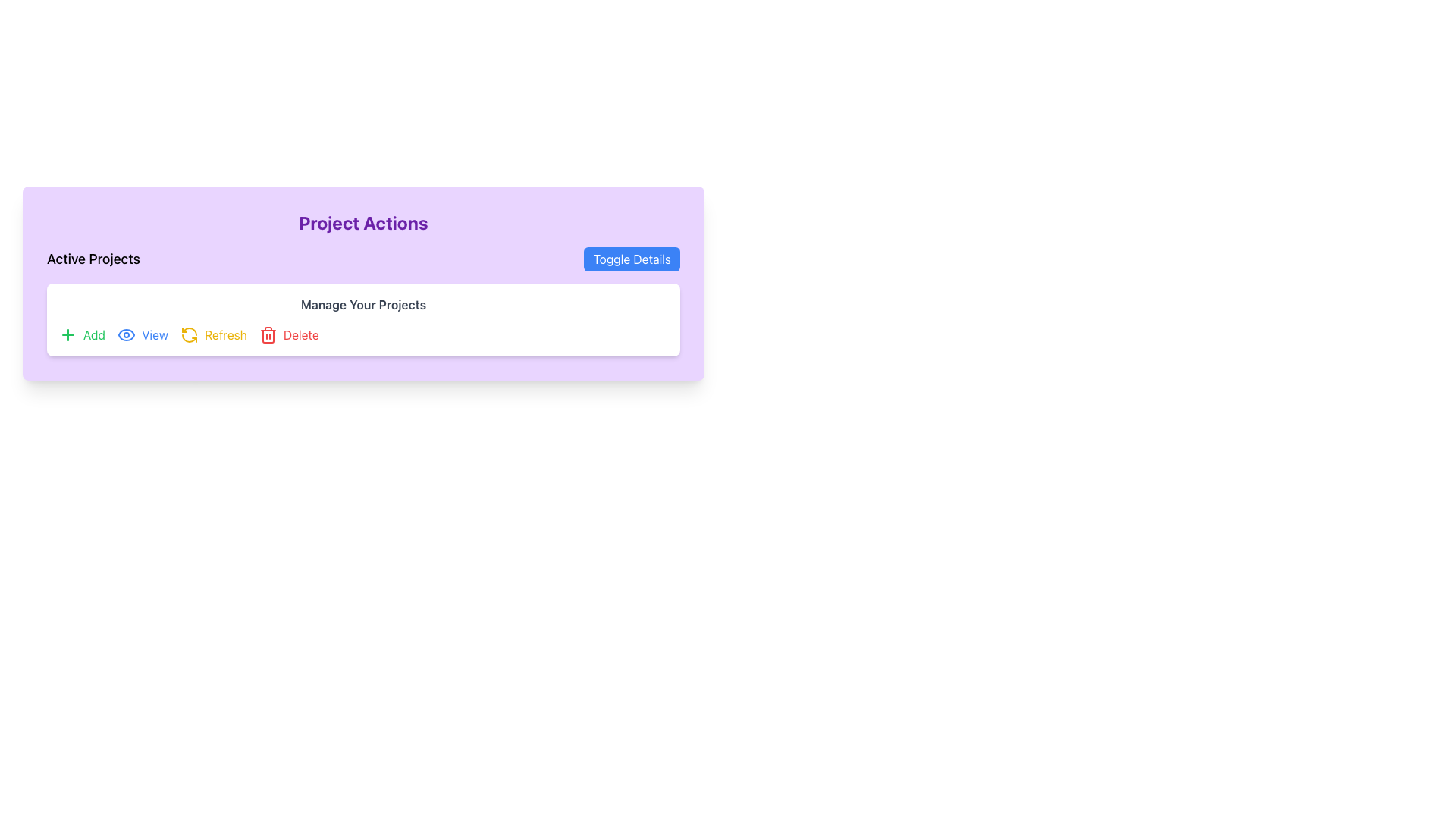 The width and height of the screenshot is (1456, 819). Describe the element at coordinates (288, 334) in the screenshot. I see `the 'Delete' button, which features a red trash bin icon and text, located in the bottom-right section of the interface` at that location.